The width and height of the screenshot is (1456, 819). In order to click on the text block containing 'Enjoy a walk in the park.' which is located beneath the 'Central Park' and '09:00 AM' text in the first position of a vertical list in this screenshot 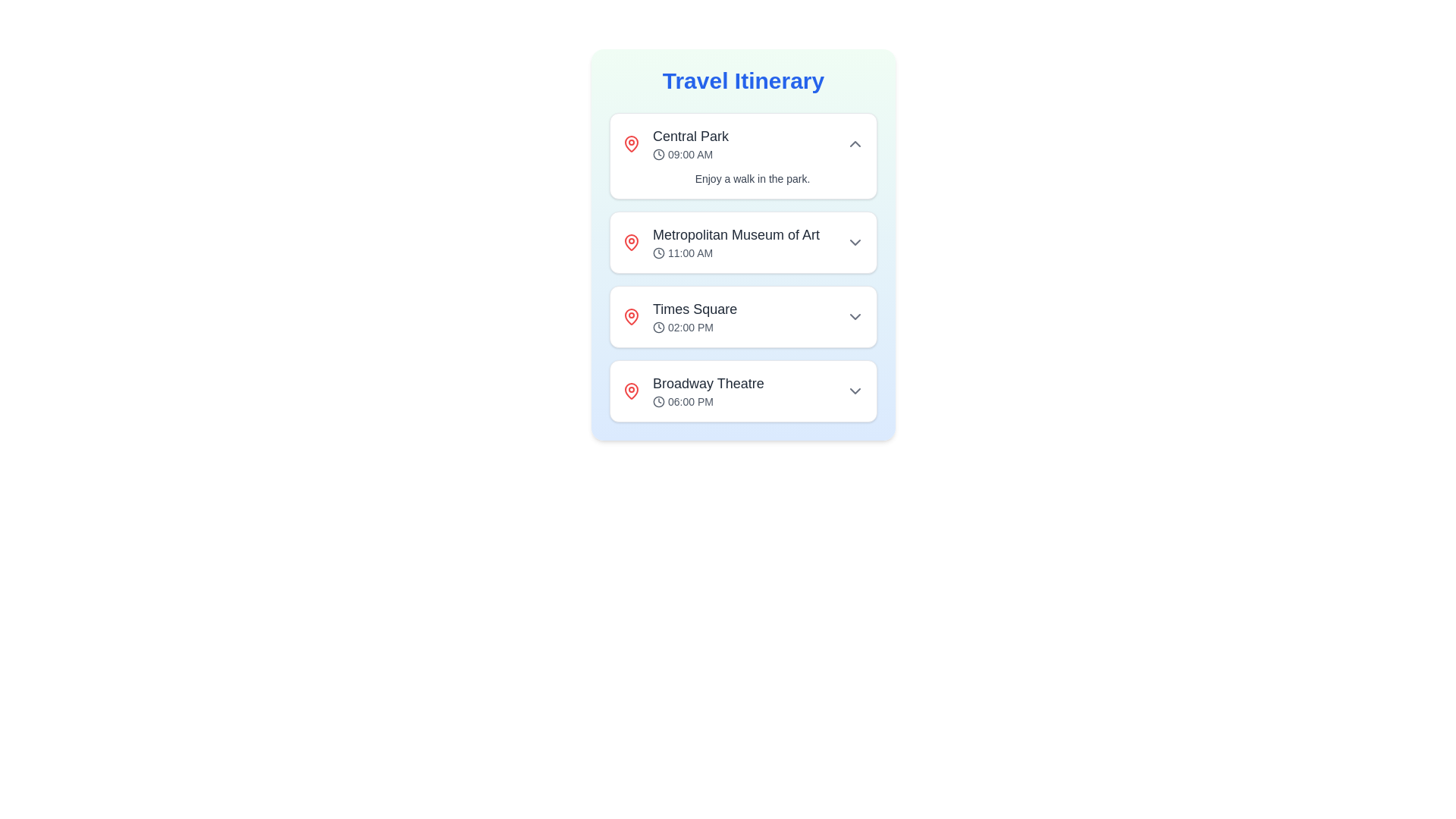, I will do `click(743, 177)`.